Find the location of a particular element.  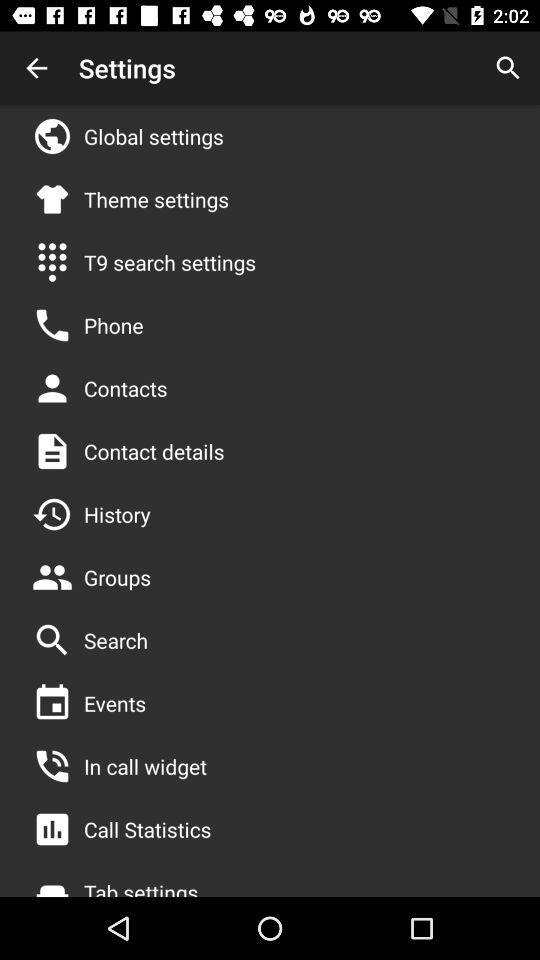

icon above theme settings app is located at coordinates (152, 135).